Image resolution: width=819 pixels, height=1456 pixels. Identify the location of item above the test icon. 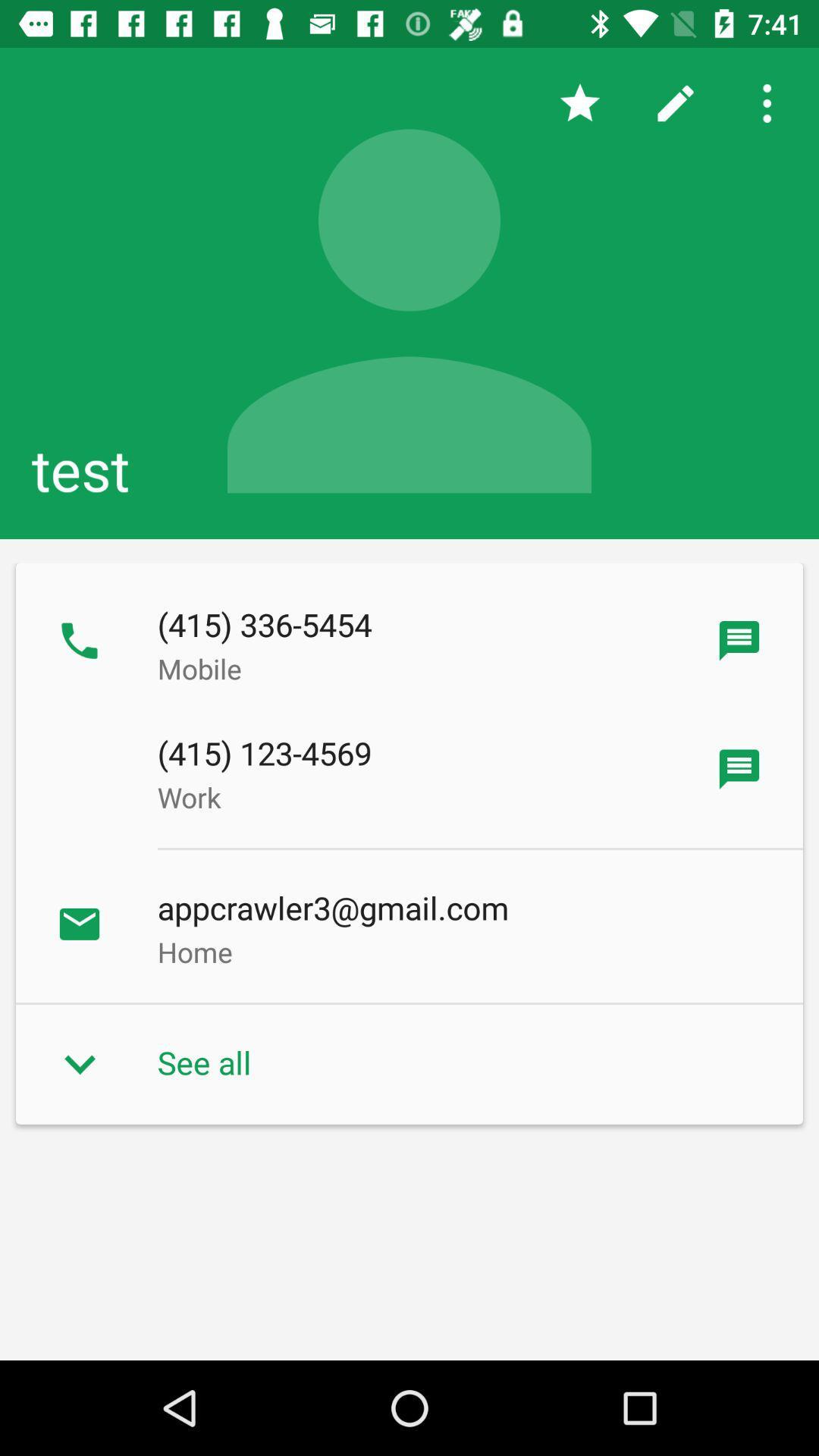
(579, 102).